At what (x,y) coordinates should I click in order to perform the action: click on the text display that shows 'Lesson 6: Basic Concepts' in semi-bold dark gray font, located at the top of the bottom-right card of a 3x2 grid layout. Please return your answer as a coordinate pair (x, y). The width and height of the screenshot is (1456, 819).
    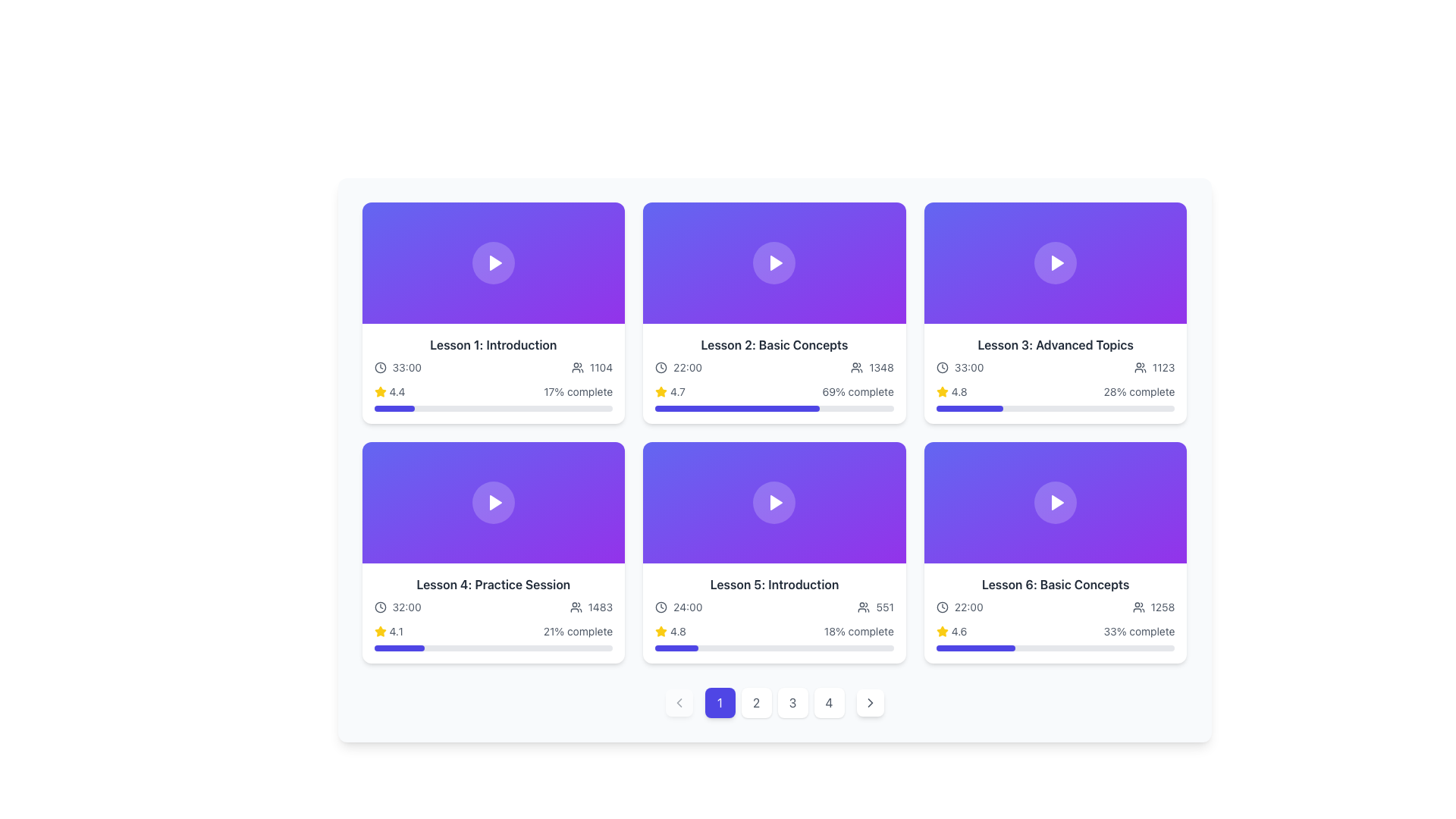
    Looking at the image, I should click on (1055, 584).